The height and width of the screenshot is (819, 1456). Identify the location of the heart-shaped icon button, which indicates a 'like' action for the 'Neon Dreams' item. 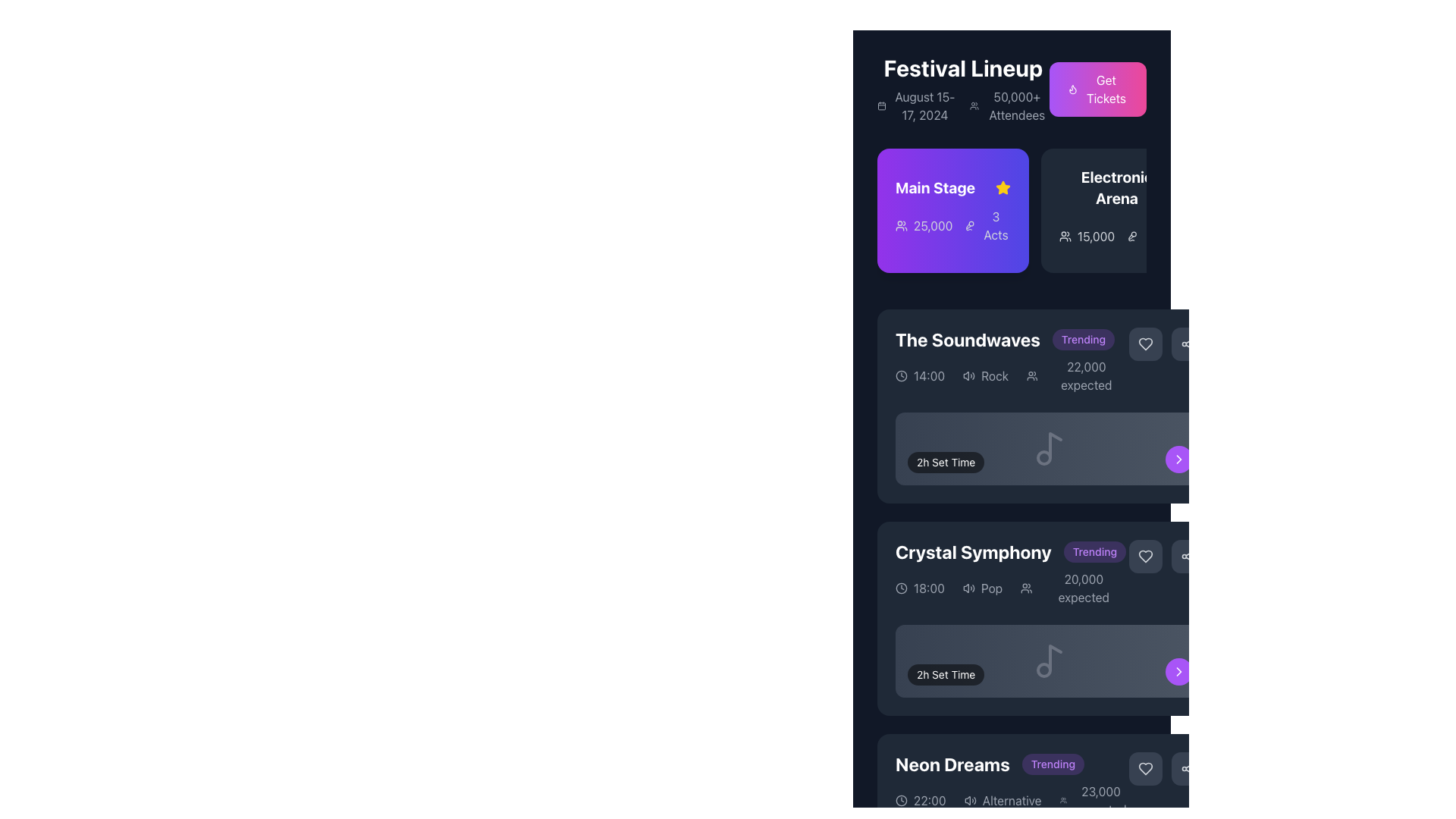
(1146, 769).